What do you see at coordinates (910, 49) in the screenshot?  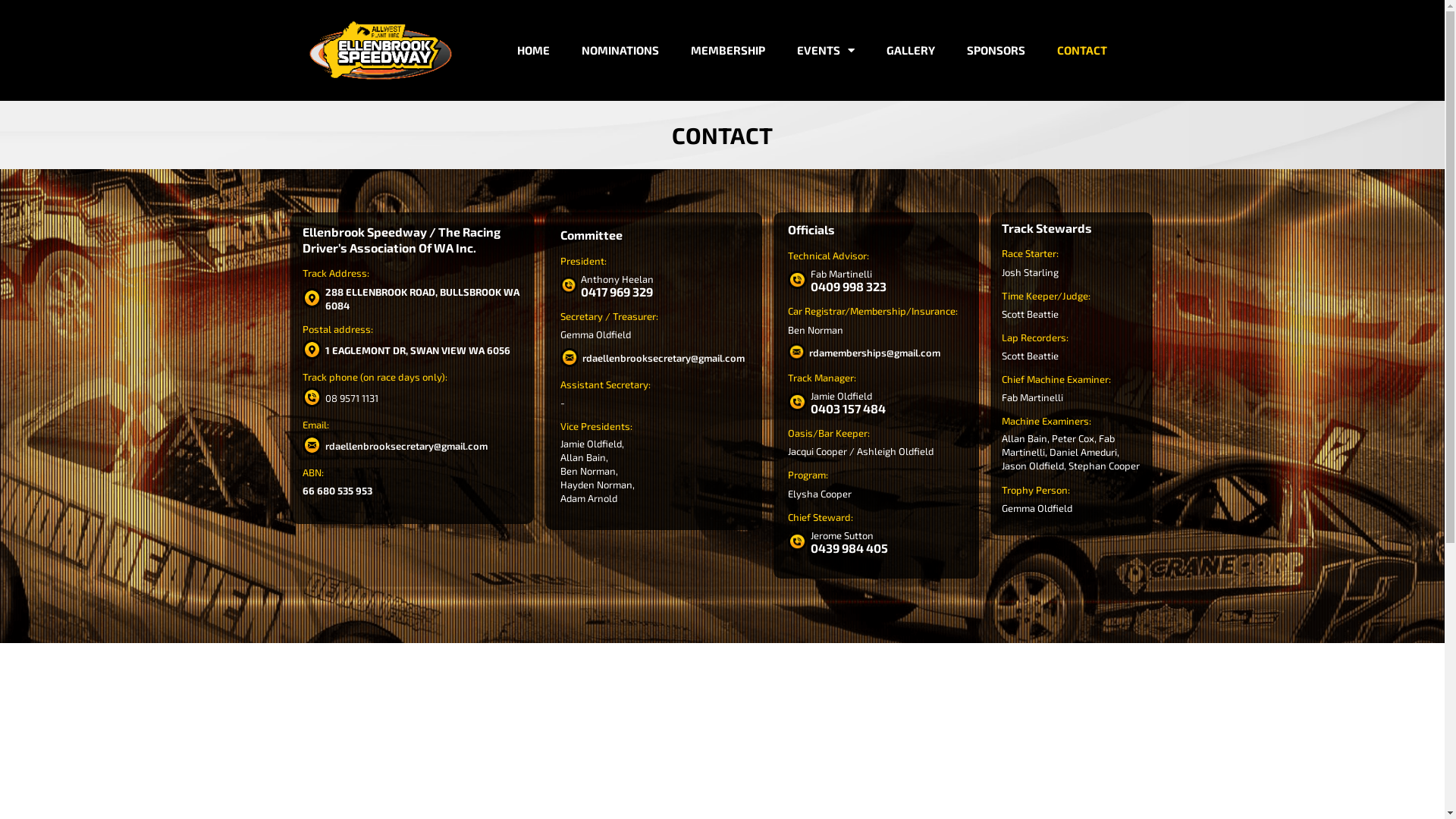 I see `'GALLERY'` at bounding box center [910, 49].